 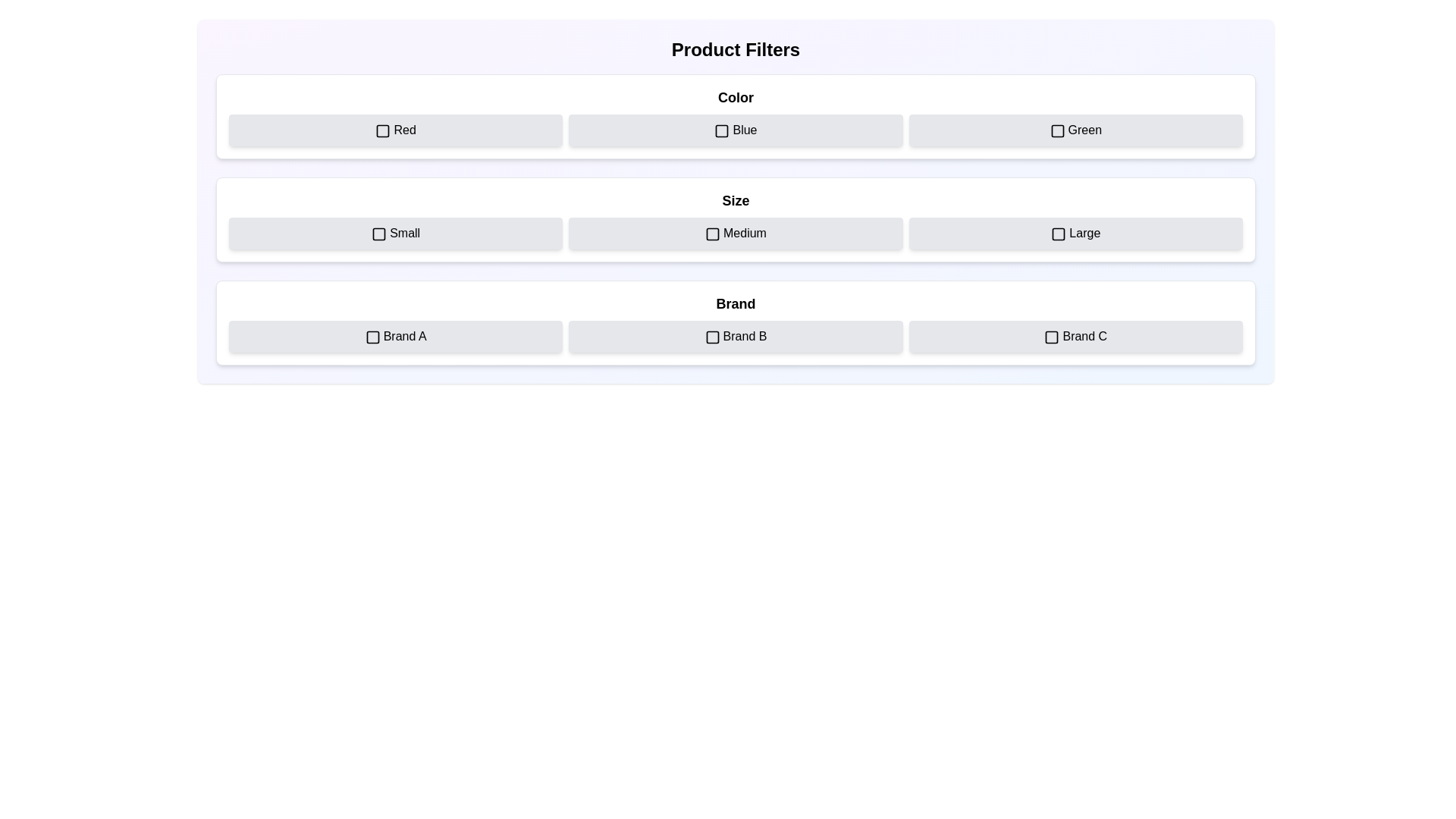 What do you see at coordinates (721, 130) in the screenshot?
I see `the checkbox icon inside the 'Blue' button in the 'Color' filter section` at bounding box center [721, 130].